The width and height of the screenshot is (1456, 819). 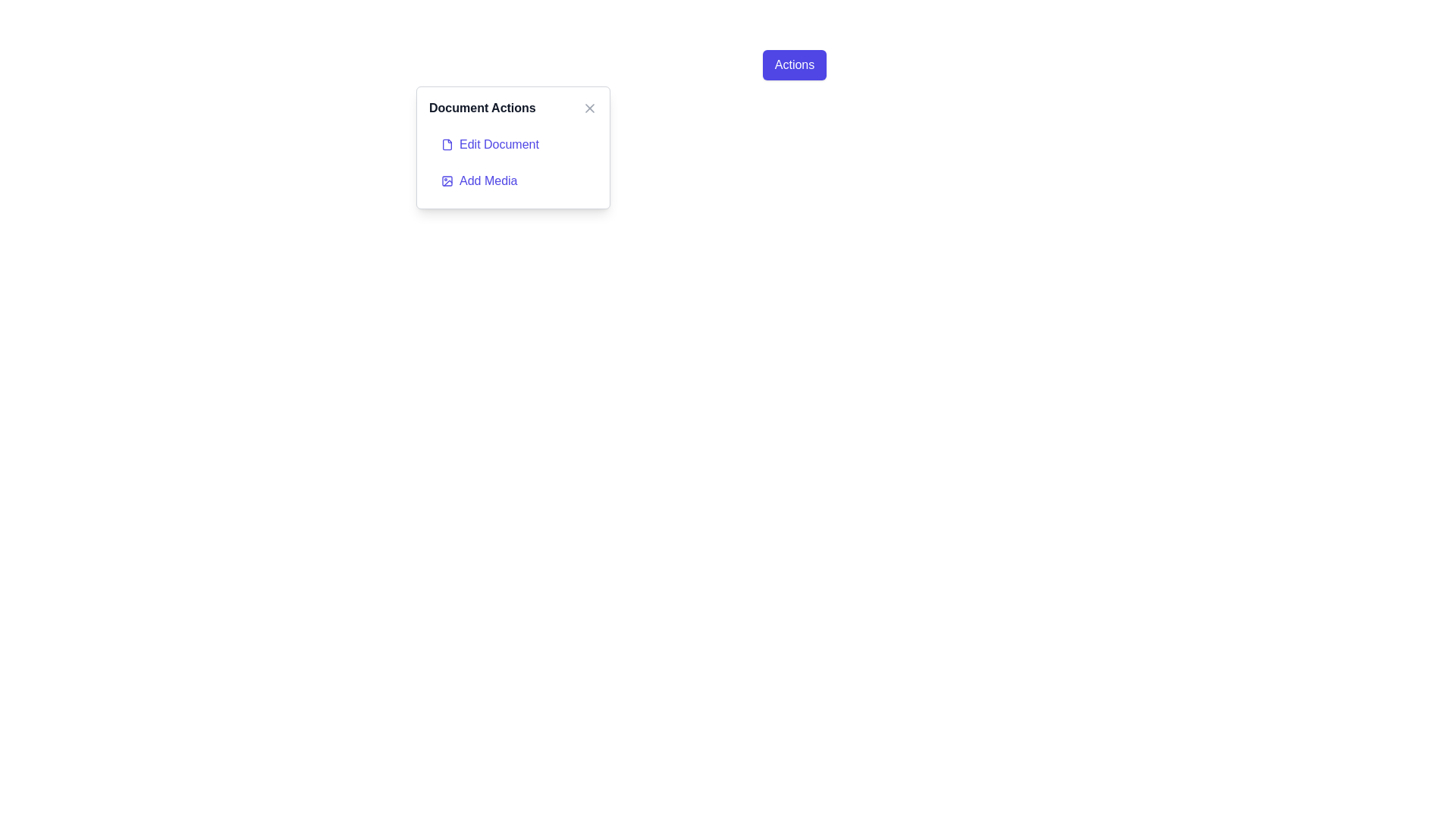 I want to click on the 'Document Actions' dropdown menu option, so click(x=447, y=145).